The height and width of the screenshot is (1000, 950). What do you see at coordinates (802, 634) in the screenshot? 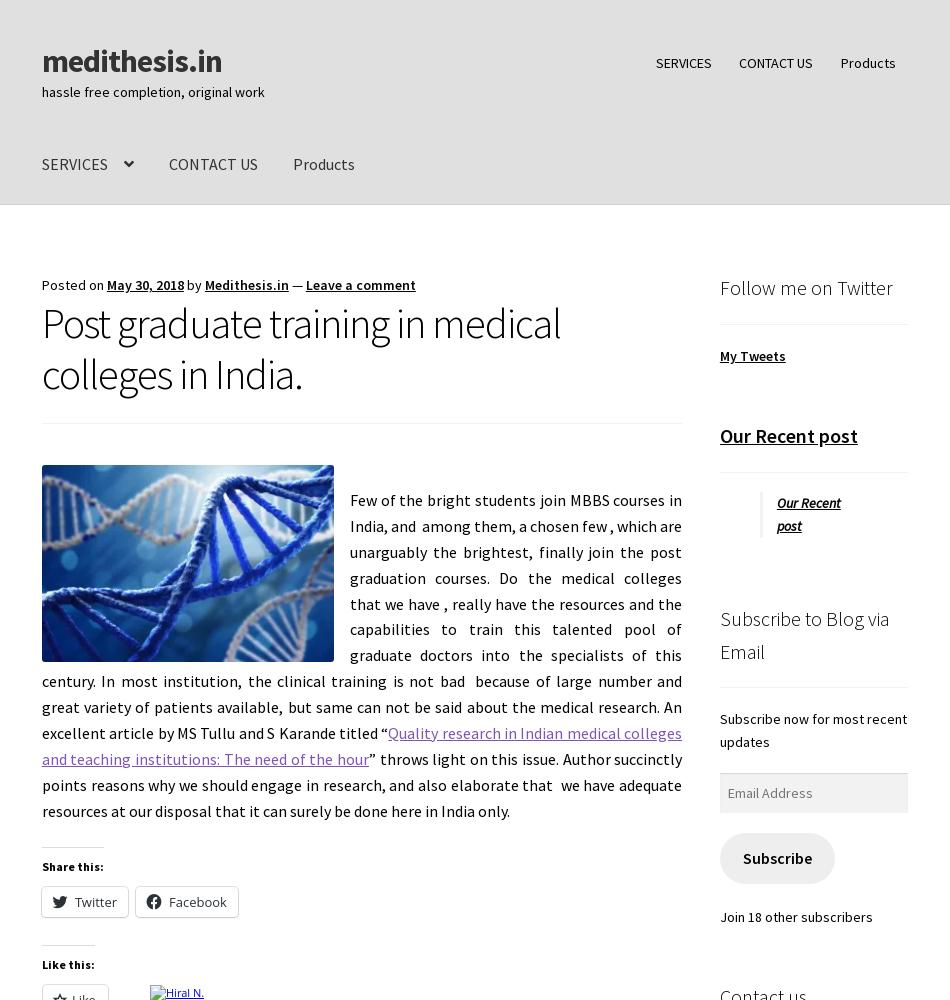
I see `'Subscribe to Blog via Email'` at bounding box center [802, 634].